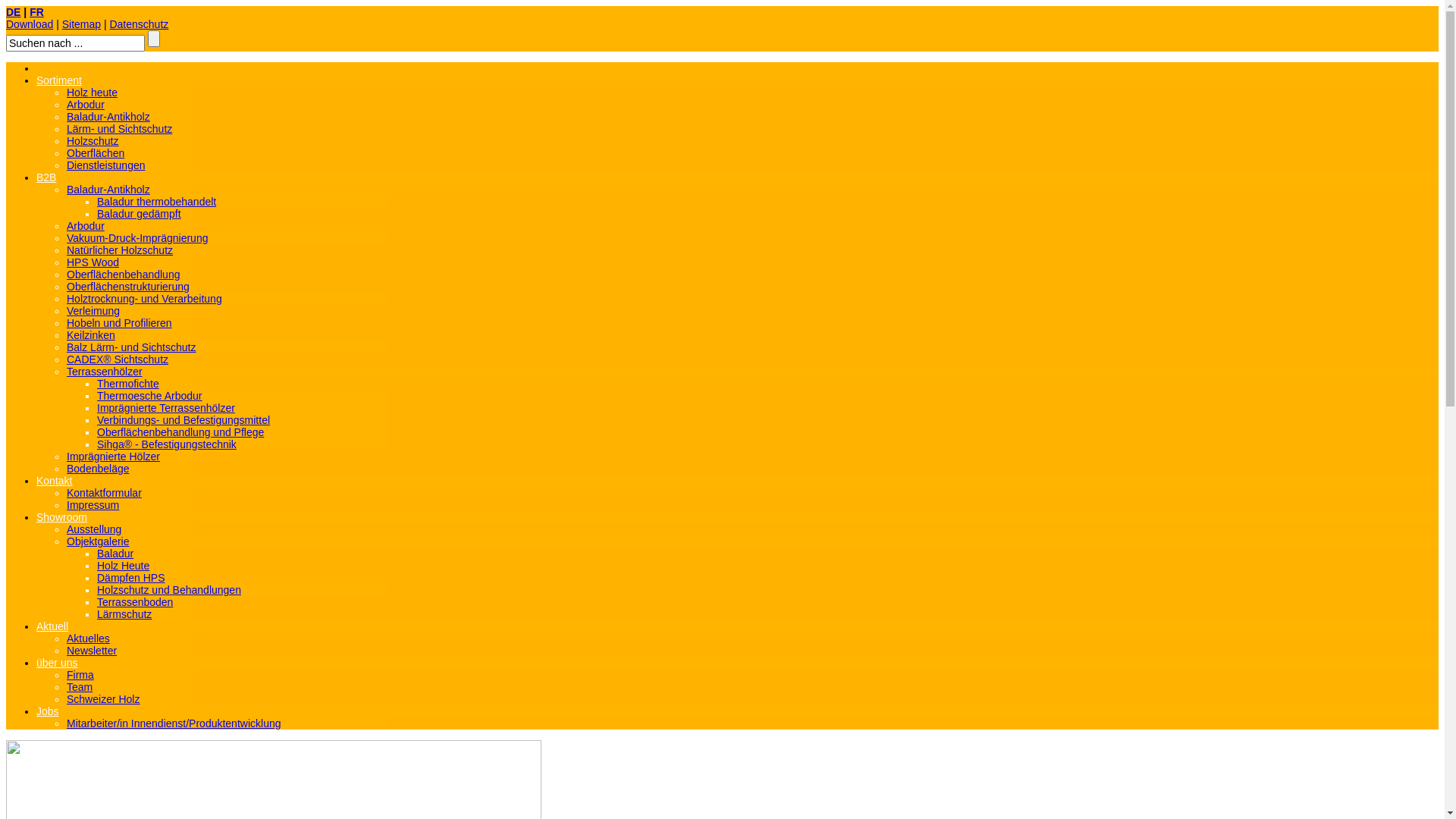  I want to click on 'Holz heute', so click(91, 93).